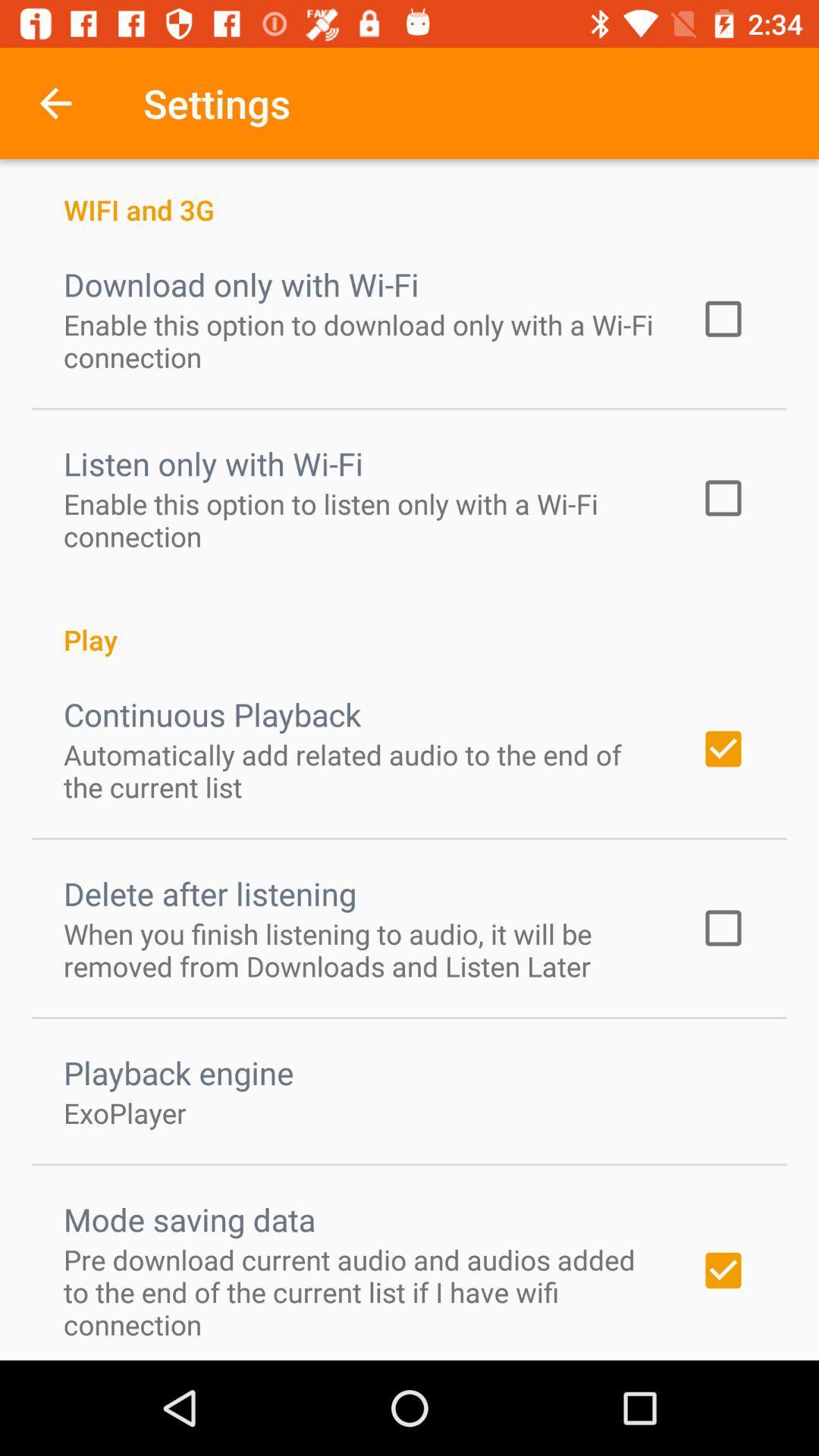 The height and width of the screenshot is (1456, 819). What do you see at coordinates (124, 1112) in the screenshot?
I see `the exoplayer item` at bounding box center [124, 1112].